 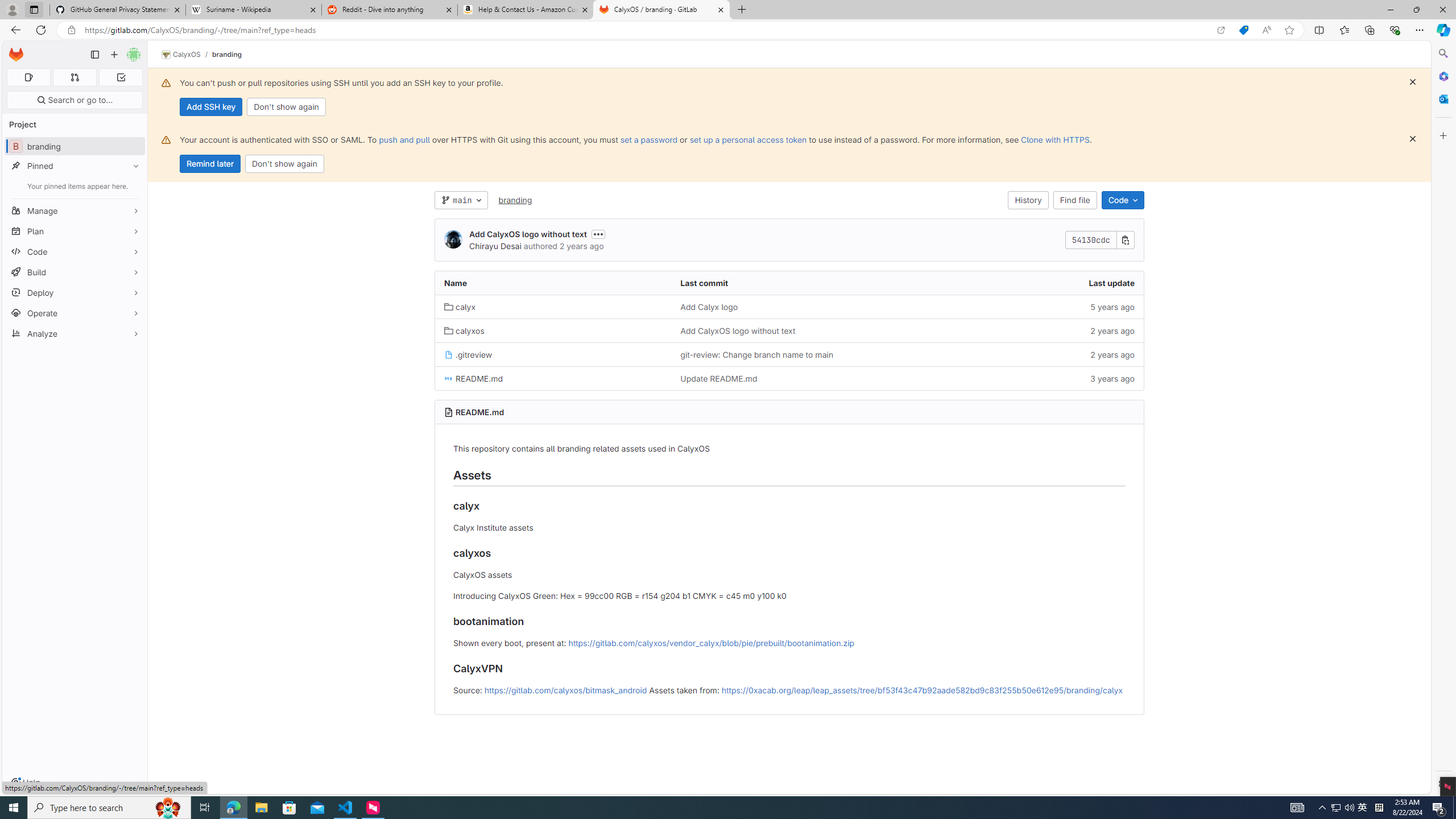 I want to click on 'Open in app', so click(x=1220, y=30).